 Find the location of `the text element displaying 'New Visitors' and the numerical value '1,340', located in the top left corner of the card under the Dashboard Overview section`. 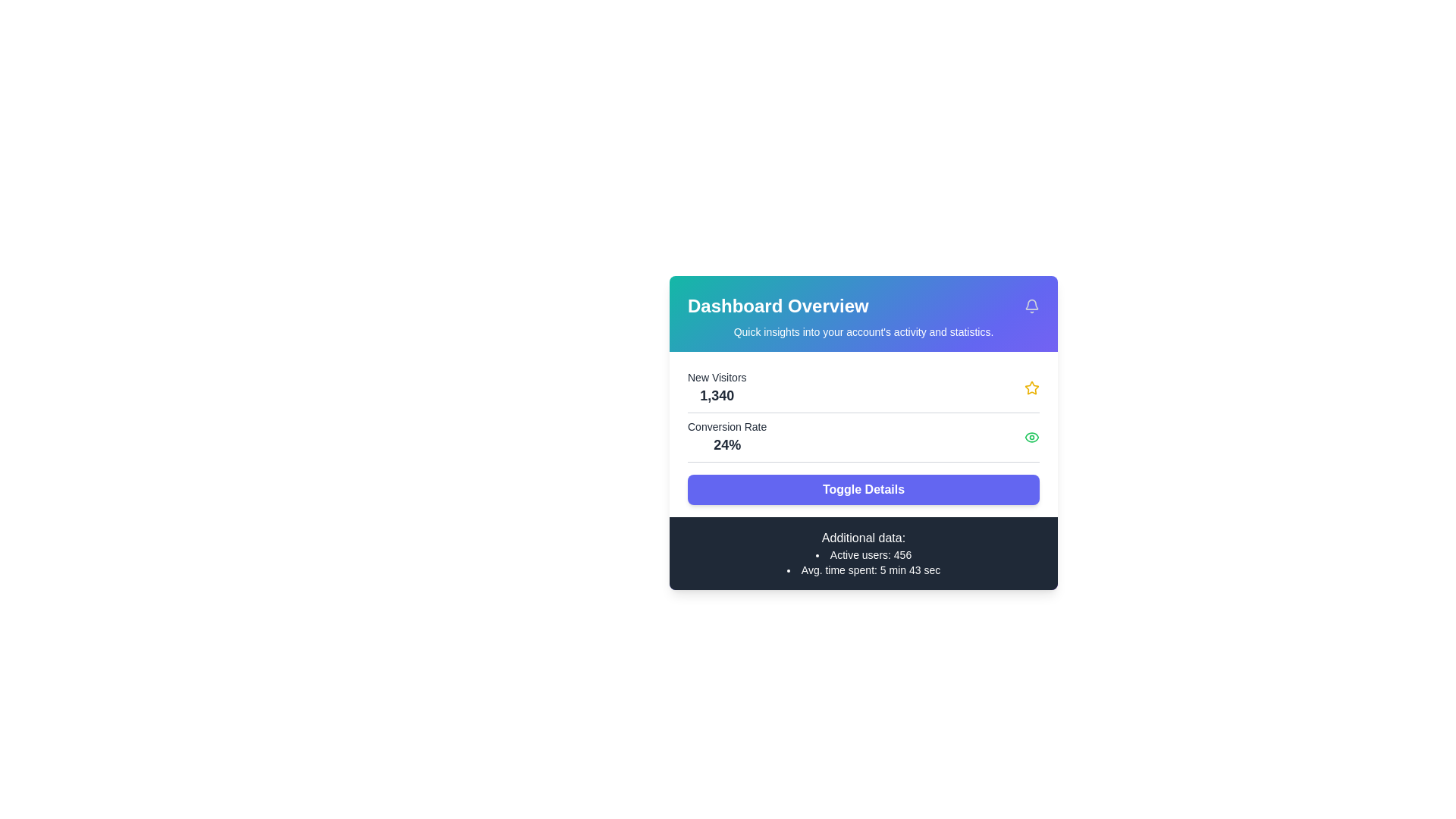

the text element displaying 'New Visitors' and the numerical value '1,340', located in the top left corner of the card under the Dashboard Overview section is located at coordinates (716, 388).